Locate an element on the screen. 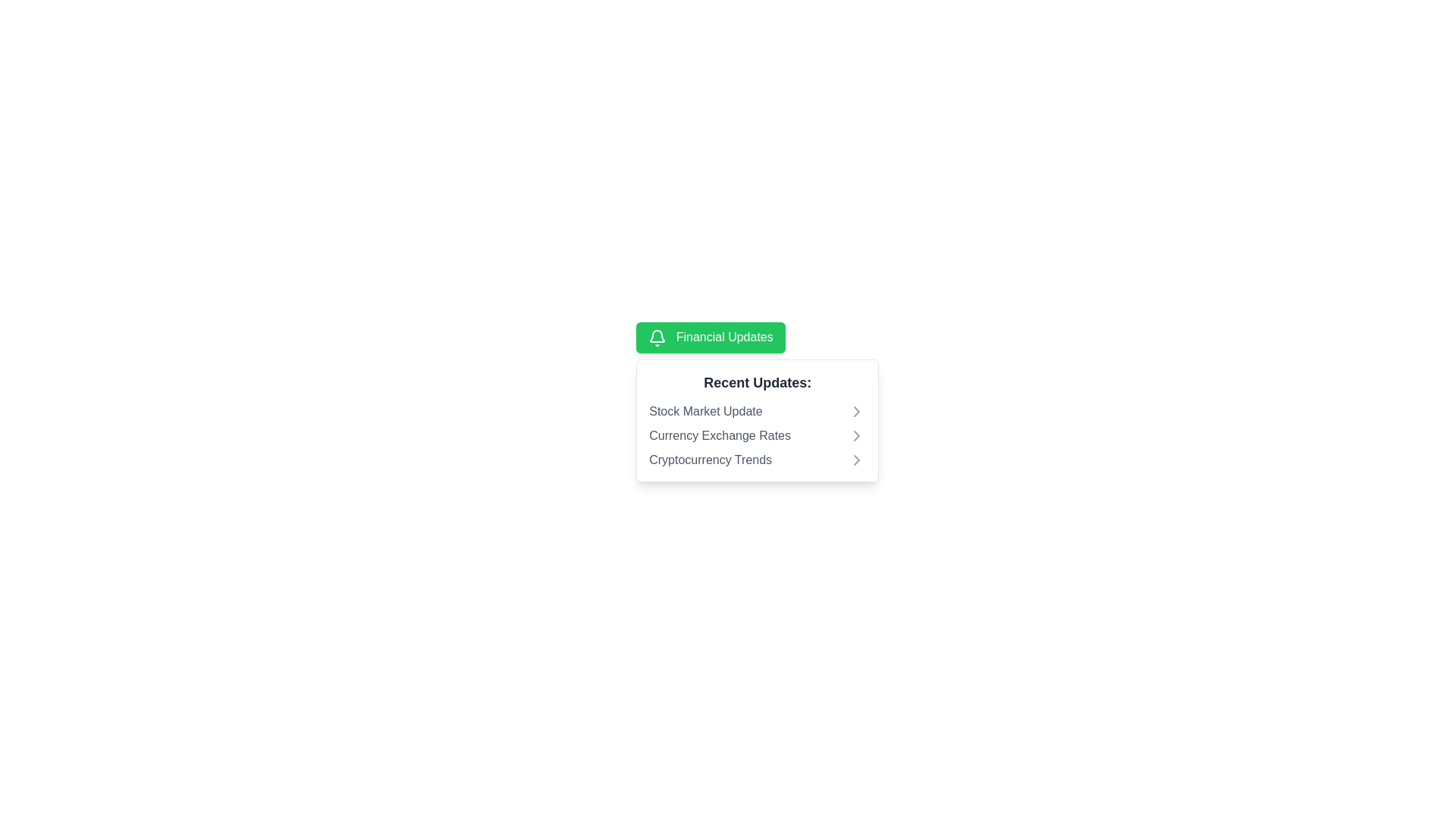 Image resolution: width=1456 pixels, height=819 pixels. the 'Currency Exchange Rates' header in the Vertical List located under 'Recent Updates:' is located at coordinates (758, 435).